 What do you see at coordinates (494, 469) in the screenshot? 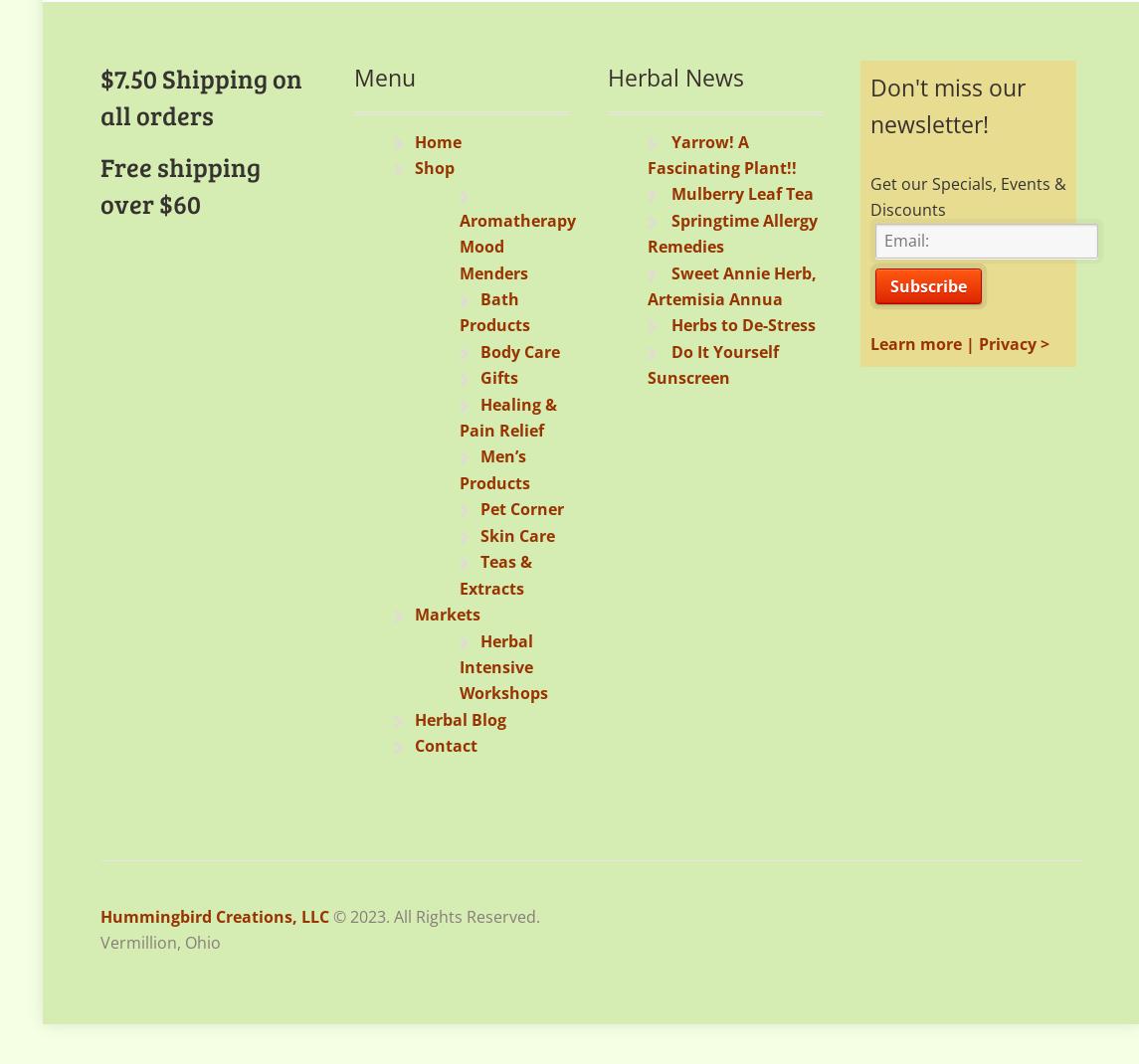
I see `'Men’s Products'` at bounding box center [494, 469].